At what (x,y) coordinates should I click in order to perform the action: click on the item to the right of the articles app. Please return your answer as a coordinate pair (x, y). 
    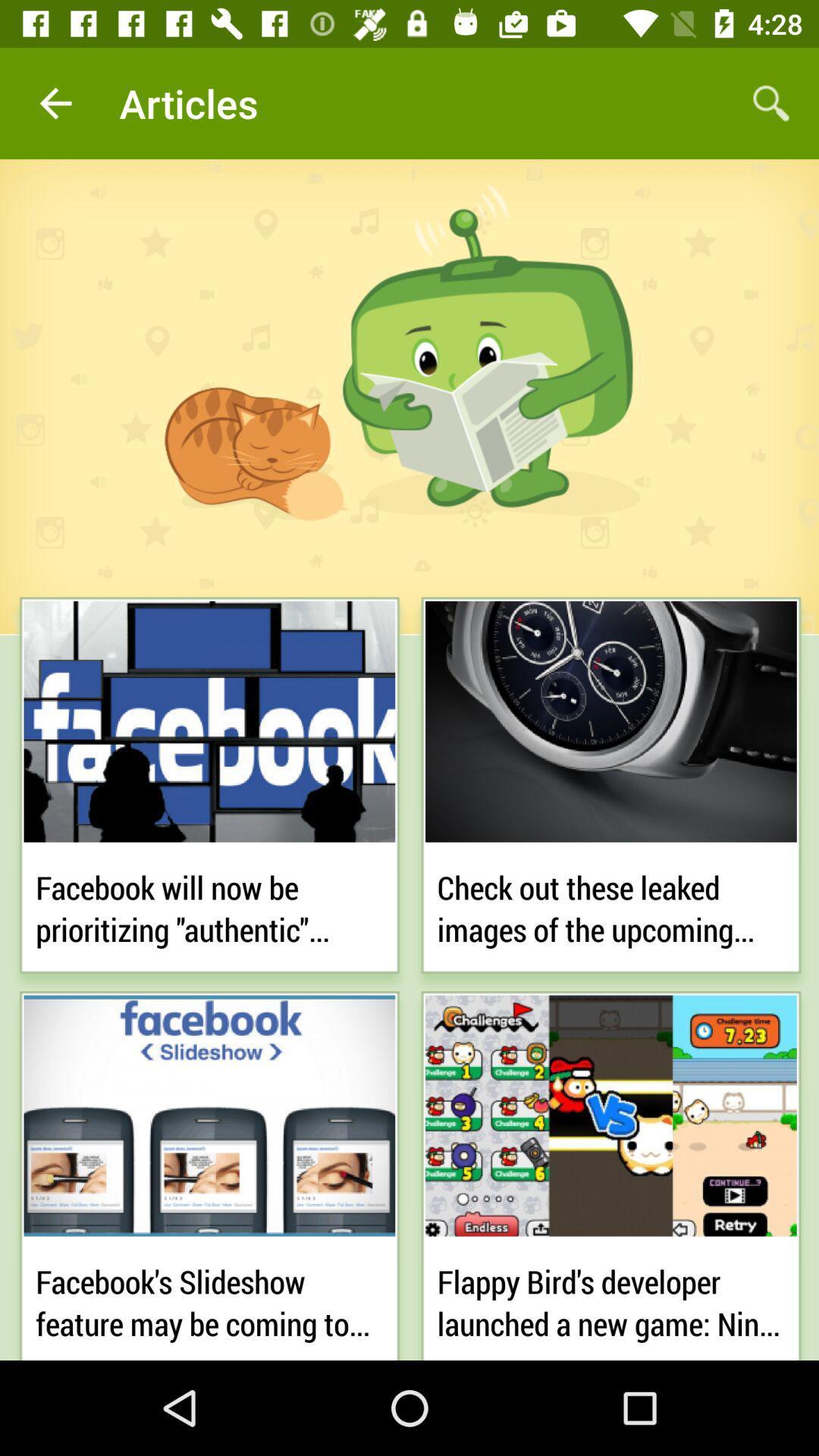
    Looking at the image, I should click on (771, 102).